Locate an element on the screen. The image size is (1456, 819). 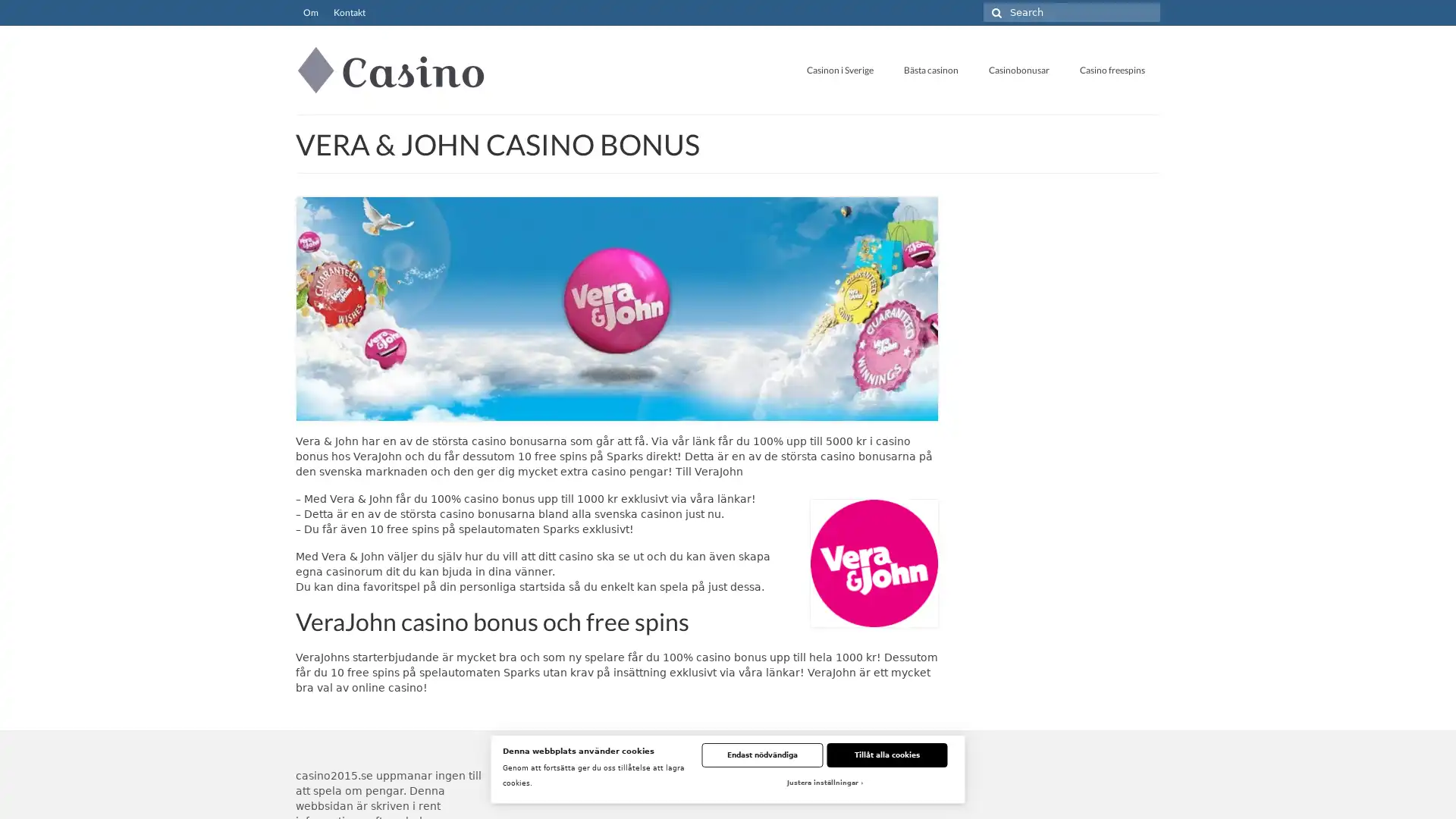
Tillat alla cookies is located at coordinates (886, 755).